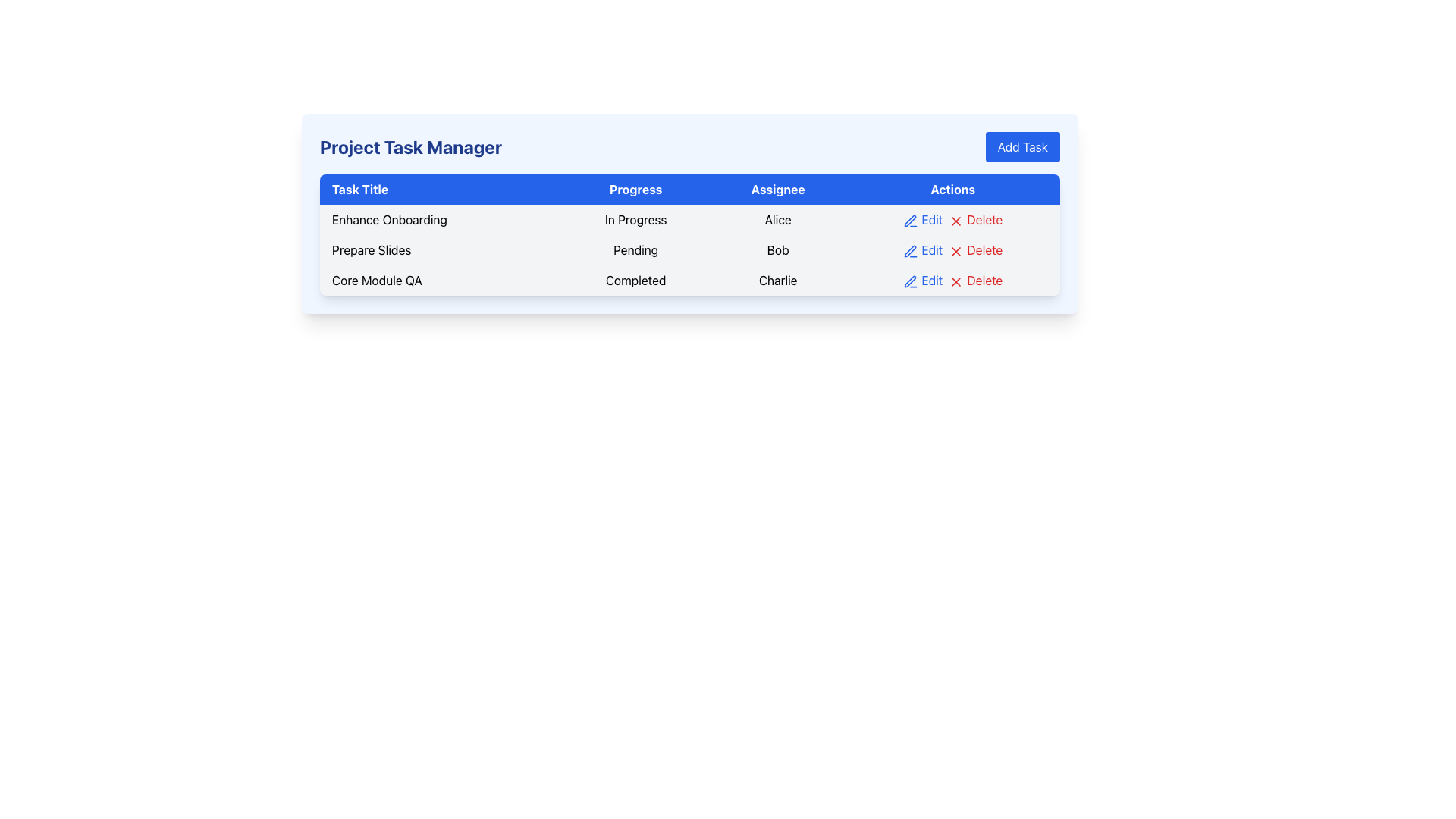  I want to click on the edit button located in the 'Actions' column of the last row in the table, so click(922, 281).